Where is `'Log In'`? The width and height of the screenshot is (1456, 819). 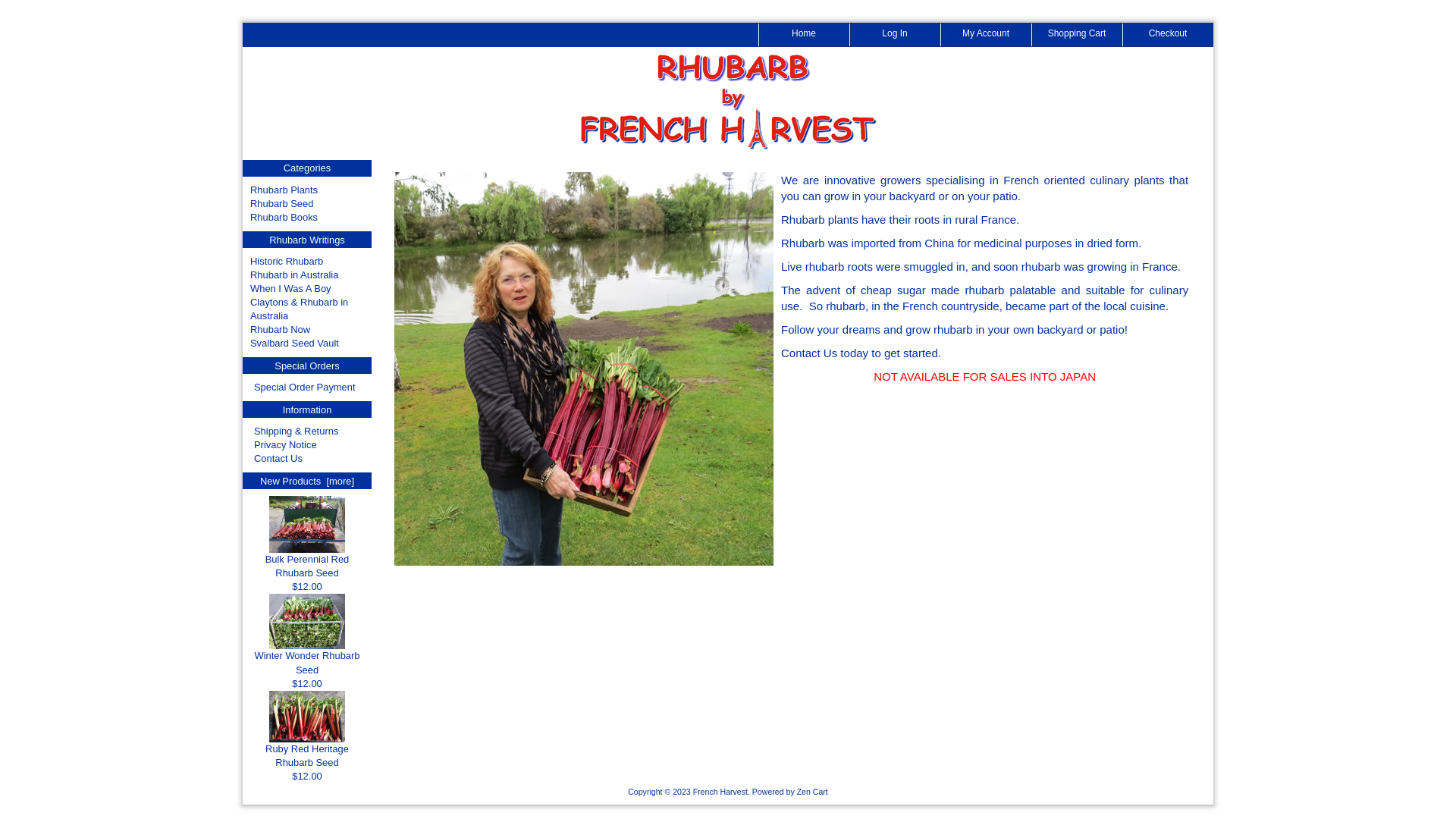
'Log In' is located at coordinates (895, 34).